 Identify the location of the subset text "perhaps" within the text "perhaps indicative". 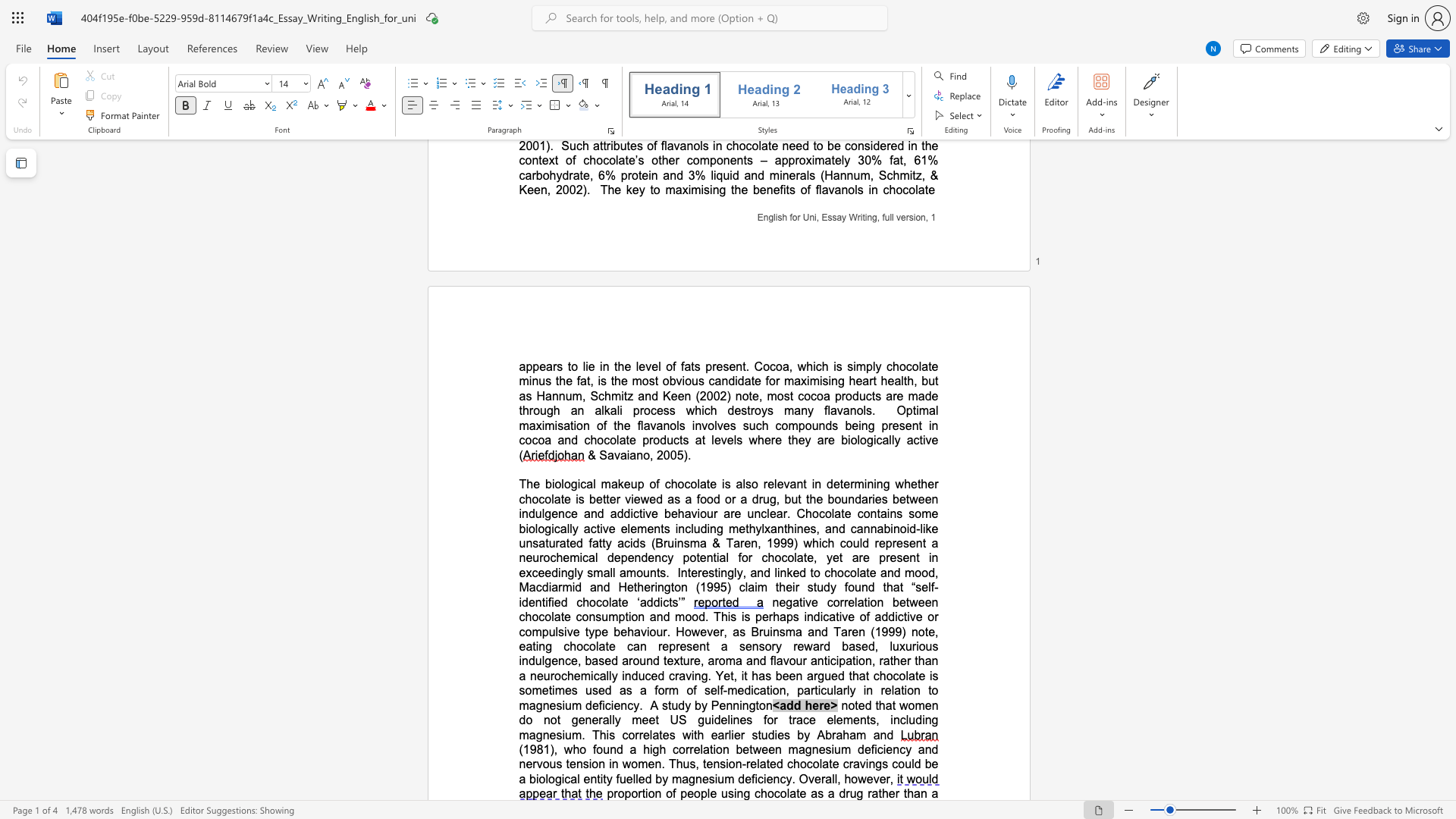
(755, 617).